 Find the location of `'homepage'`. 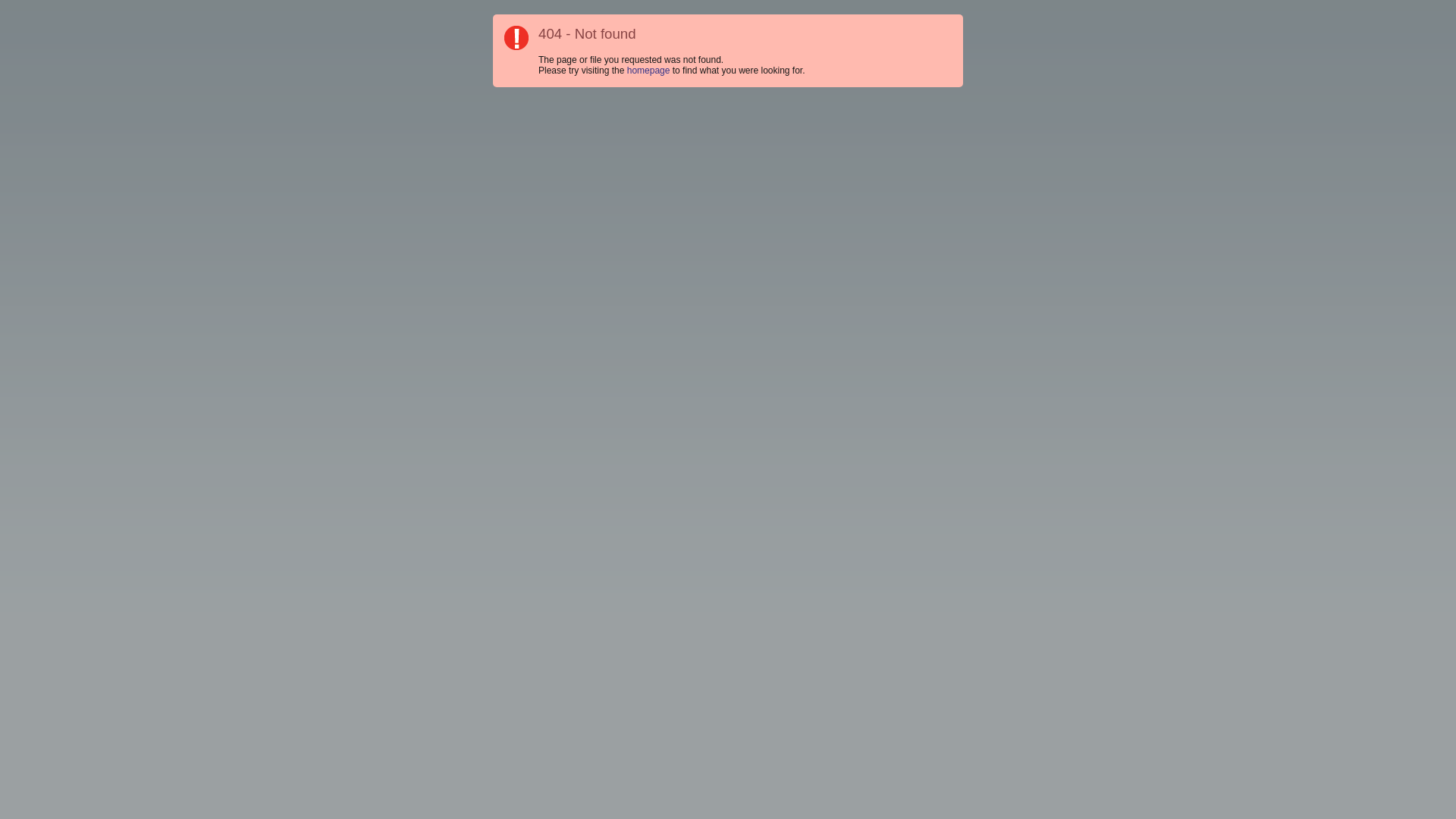

'homepage' is located at coordinates (648, 70).